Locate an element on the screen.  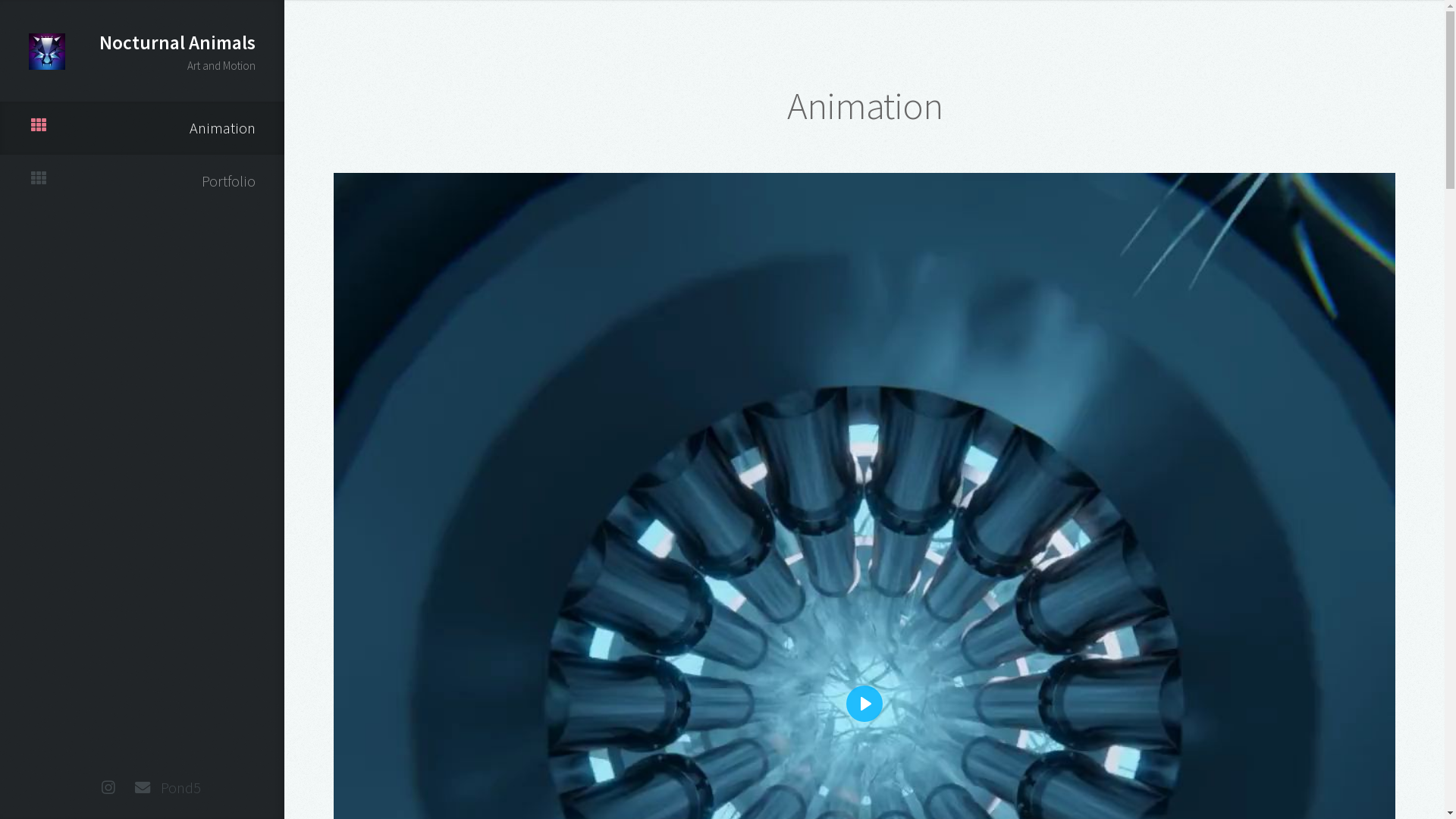
'Play' is located at coordinates (864, 704).